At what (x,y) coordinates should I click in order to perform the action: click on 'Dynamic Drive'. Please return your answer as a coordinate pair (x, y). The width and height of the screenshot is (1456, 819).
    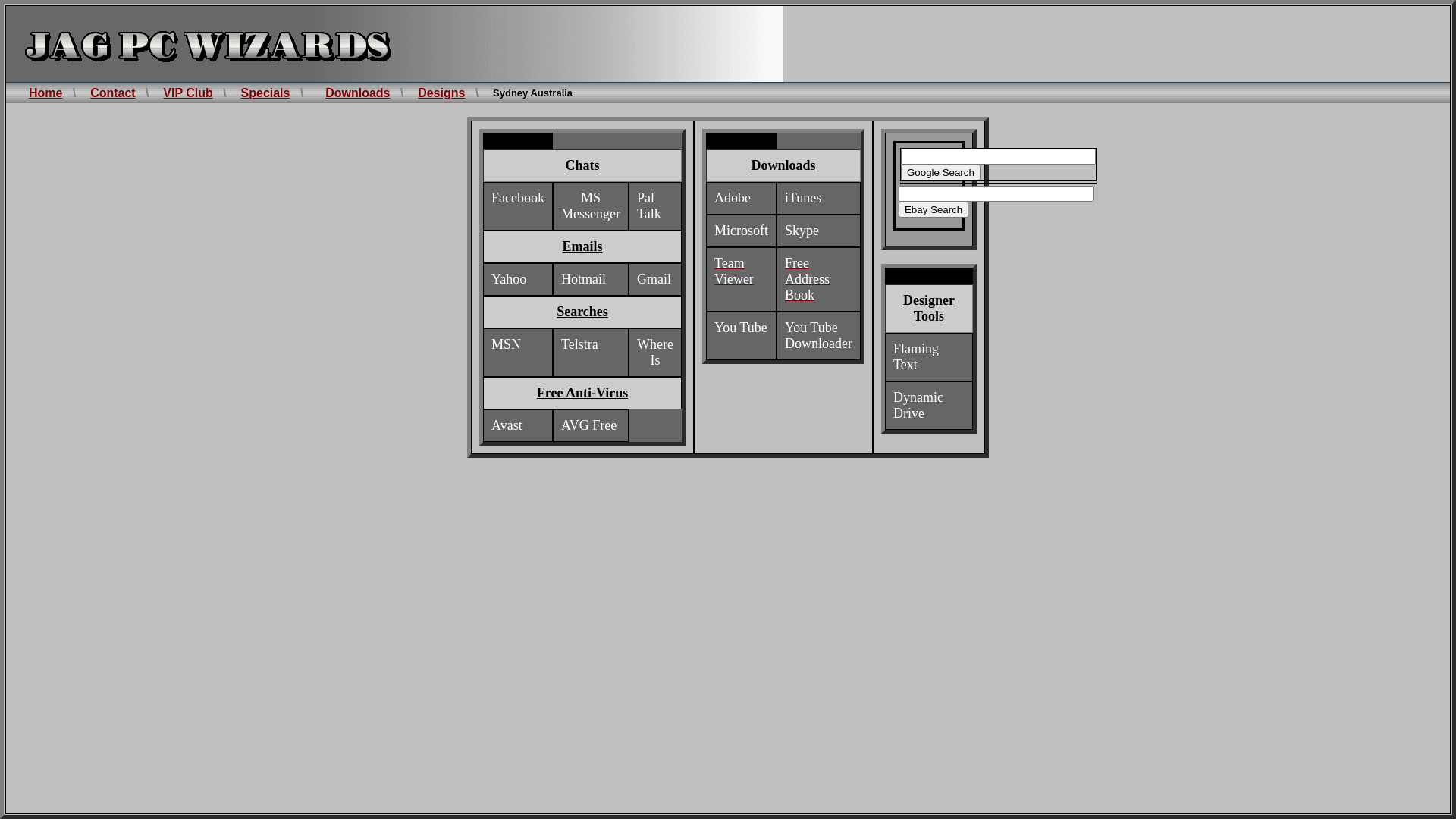
    Looking at the image, I should click on (917, 405).